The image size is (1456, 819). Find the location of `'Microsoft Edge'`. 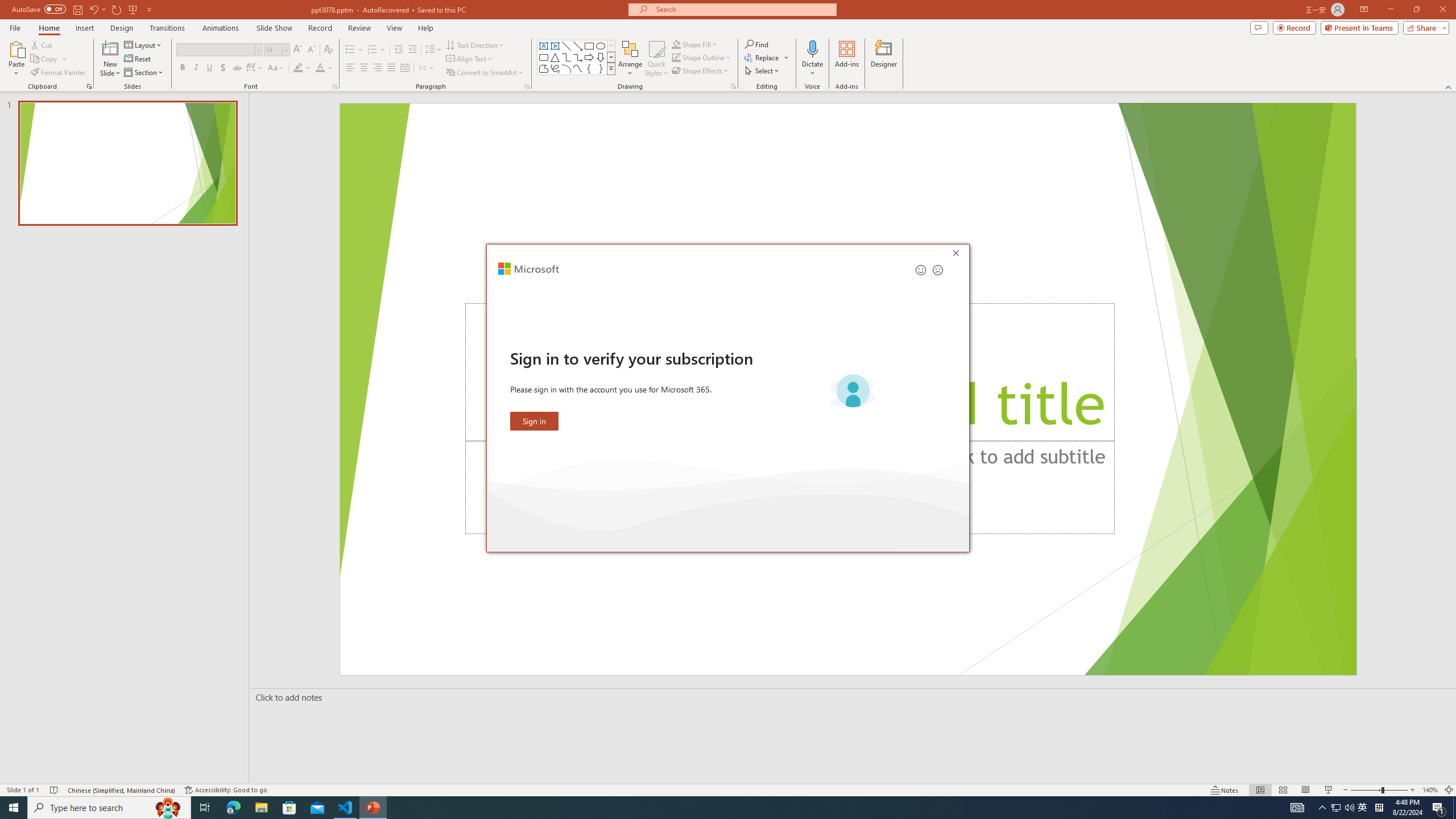

'Microsoft Edge' is located at coordinates (233, 806).